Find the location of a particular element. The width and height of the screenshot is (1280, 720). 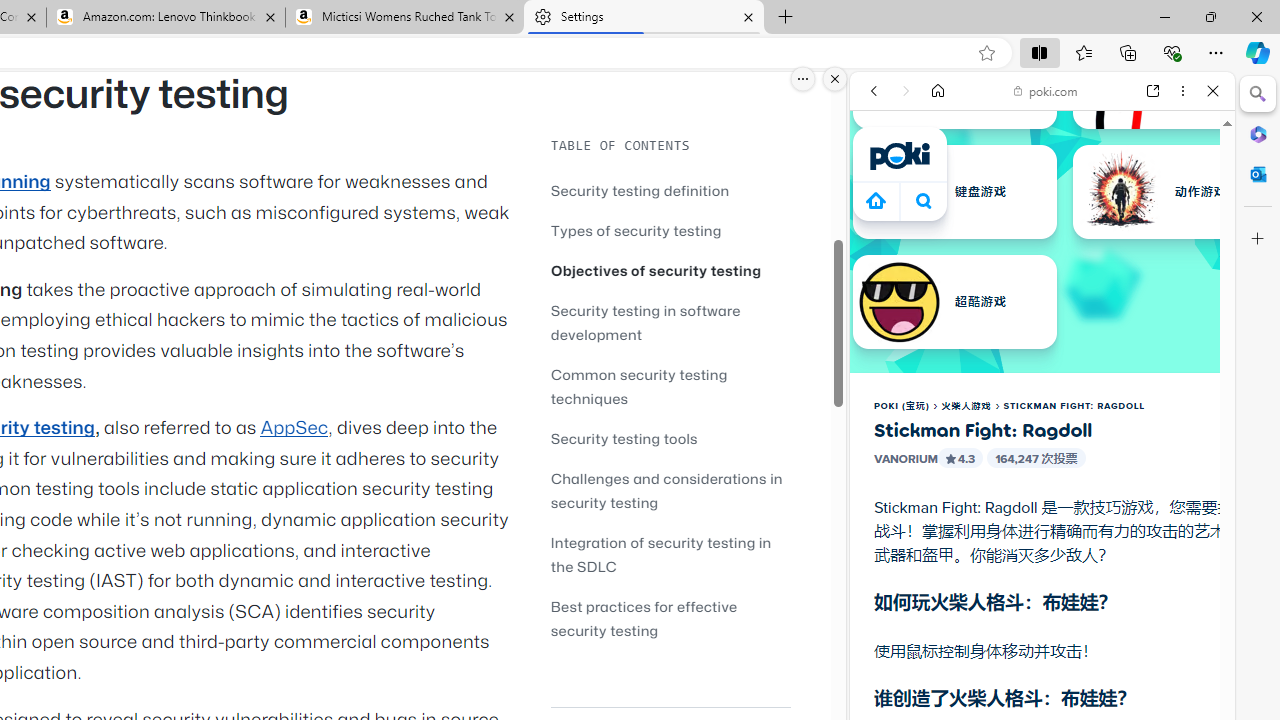

'Challenges and considerations in security testing' is located at coordinates (666, 490).